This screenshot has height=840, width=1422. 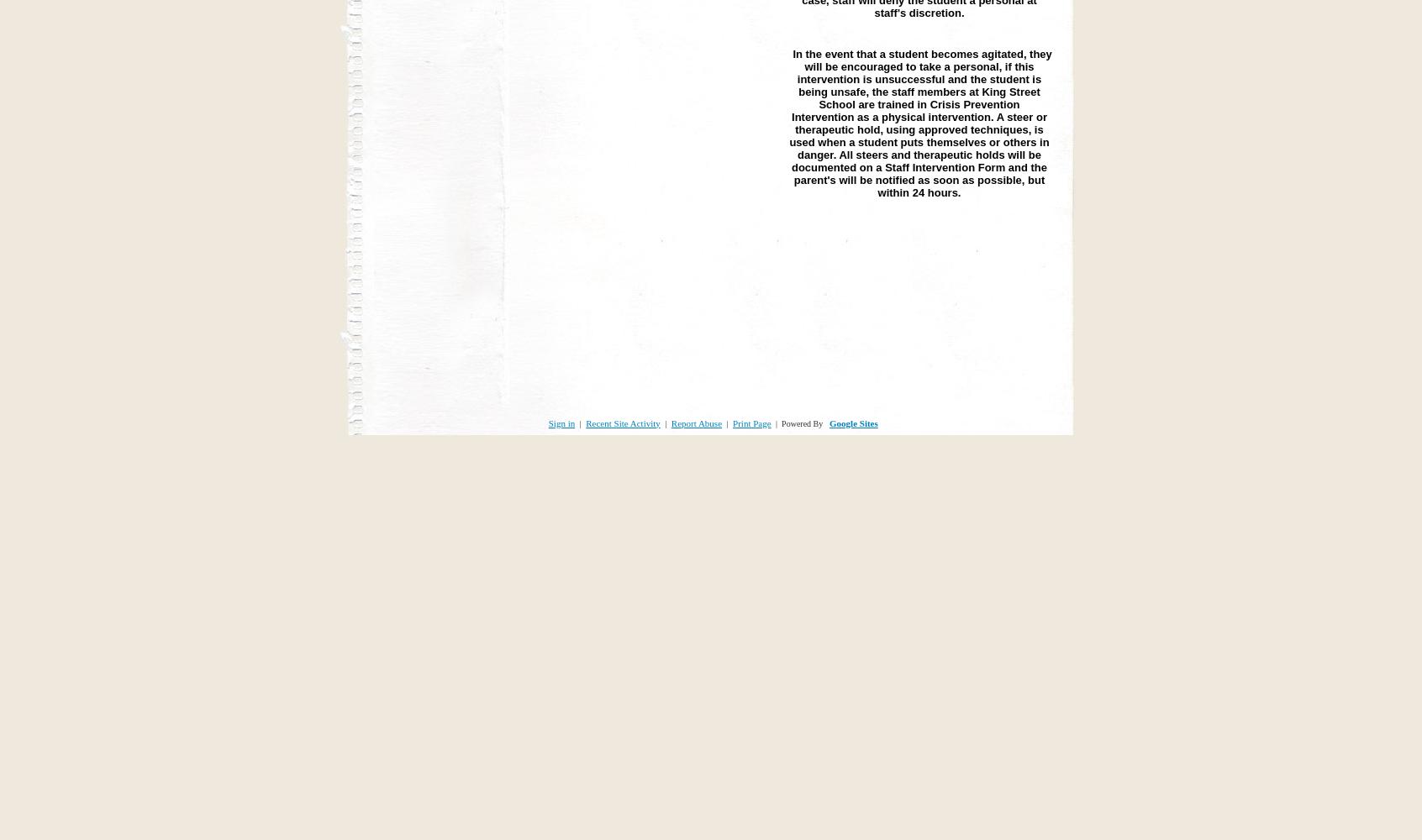 I want to click on 'Print Page', so click(x=750, y=423).